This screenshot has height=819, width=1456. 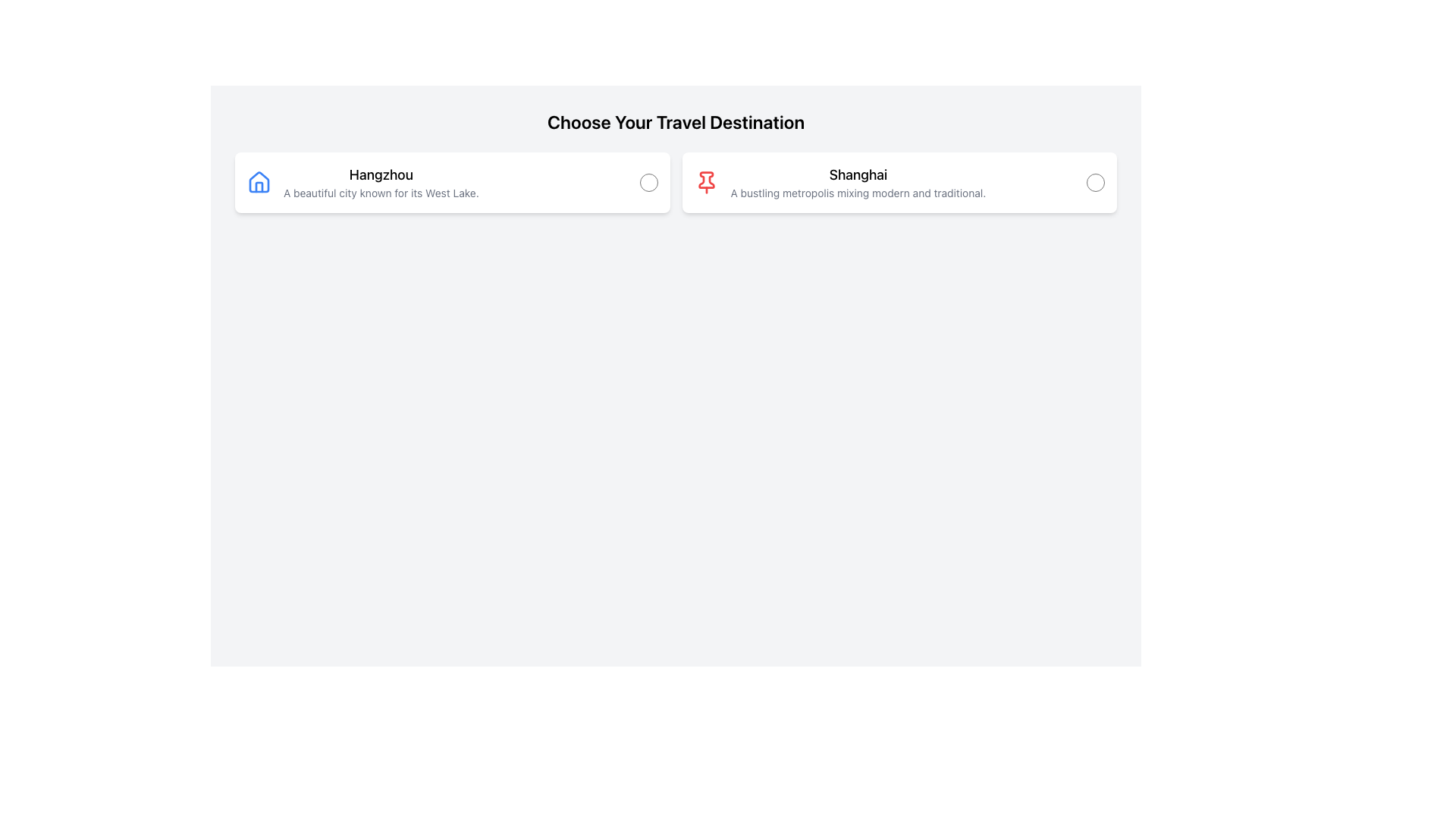 What do you see at coordinates (362, 181) in the screenshot?
I see `the first selectable item in the list, which features a blue house icon and the title 'Hangzhou' with a description below it` at bounding box center [362, 181].